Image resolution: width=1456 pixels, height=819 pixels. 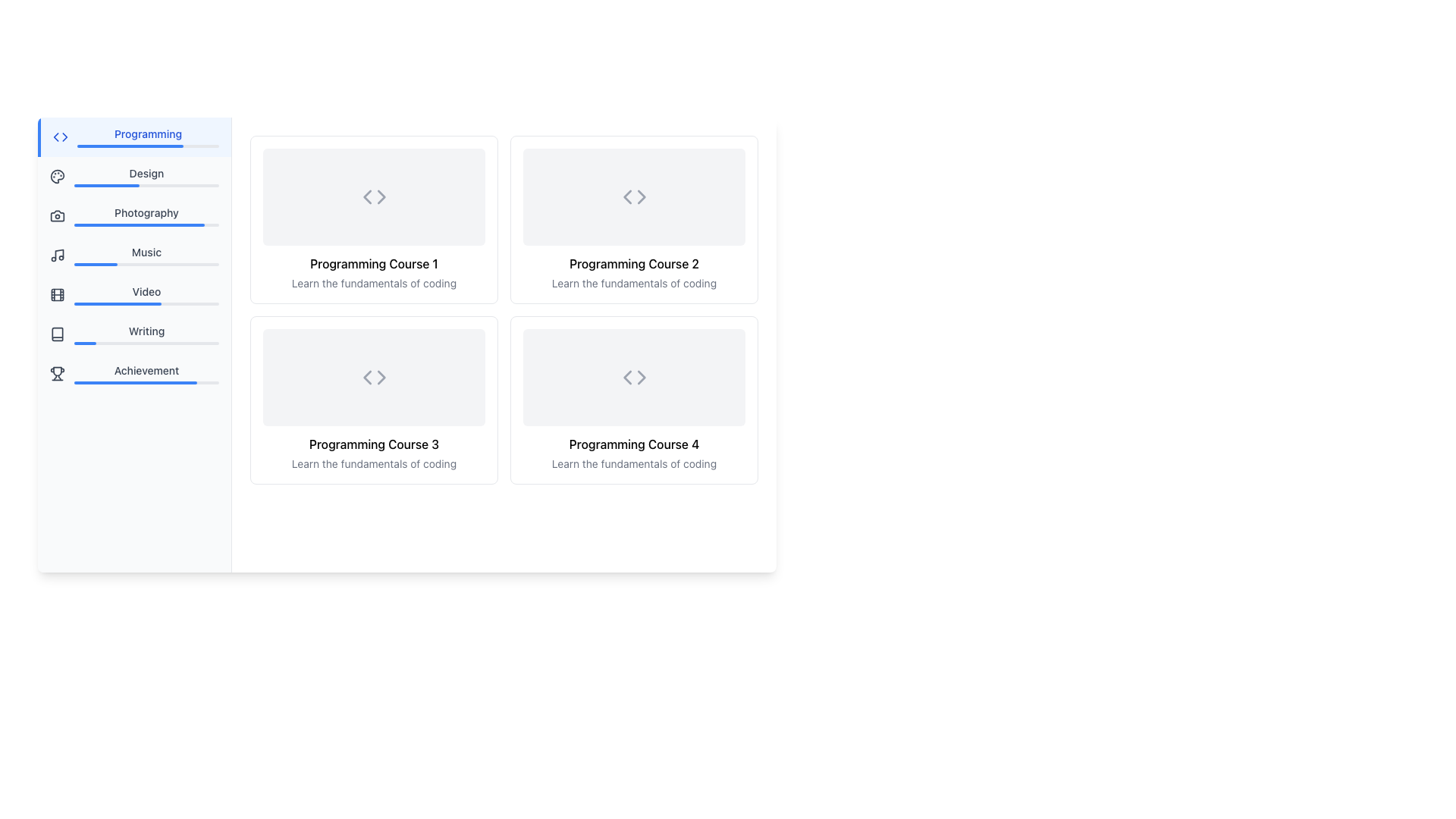 I want to click on the progress bar, so click(x=149, y=304).